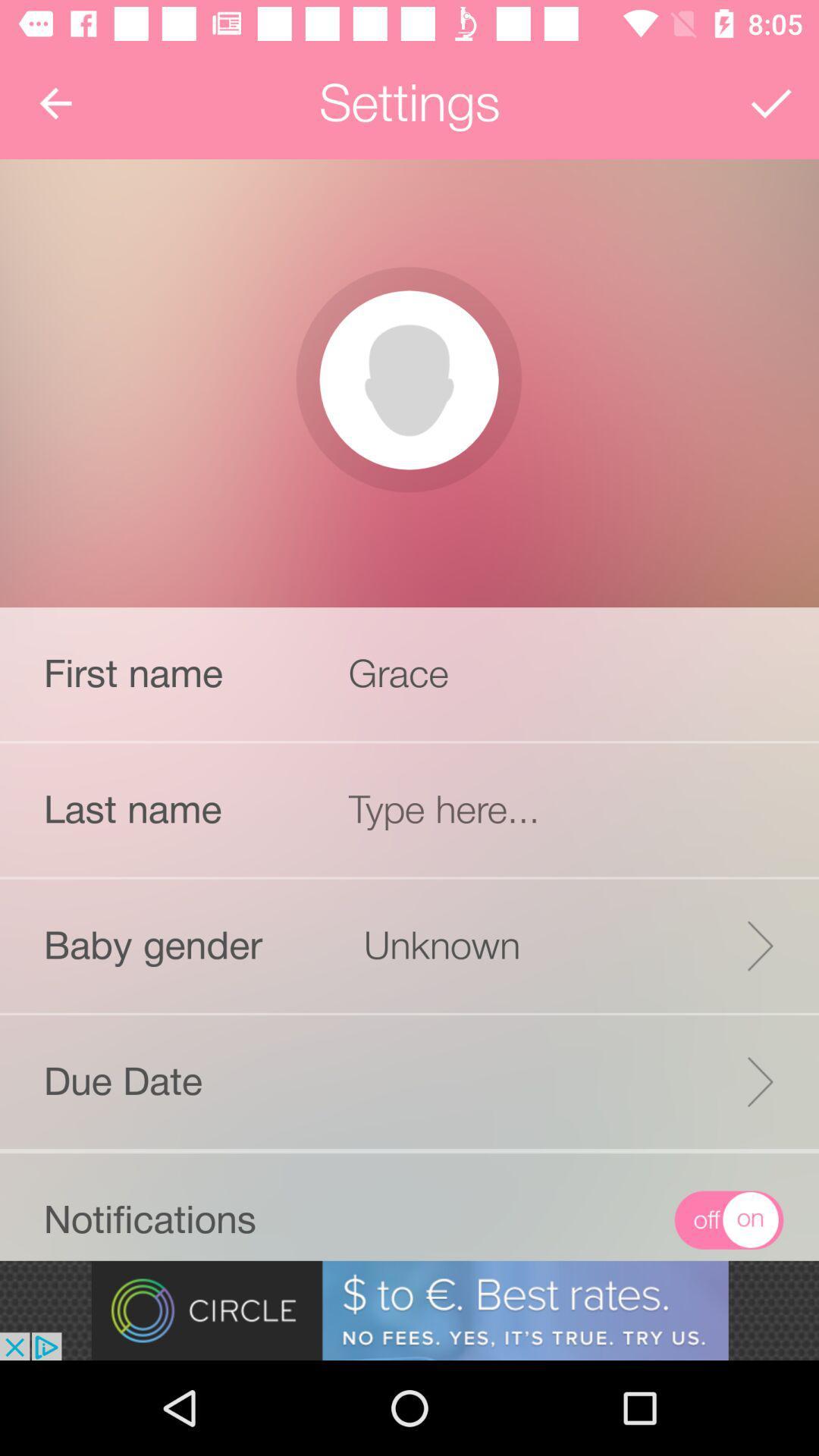 The image size is (819, 1456). Describe the element at coordinates (408, 380) in the screenshot. I see `picture` at that location.